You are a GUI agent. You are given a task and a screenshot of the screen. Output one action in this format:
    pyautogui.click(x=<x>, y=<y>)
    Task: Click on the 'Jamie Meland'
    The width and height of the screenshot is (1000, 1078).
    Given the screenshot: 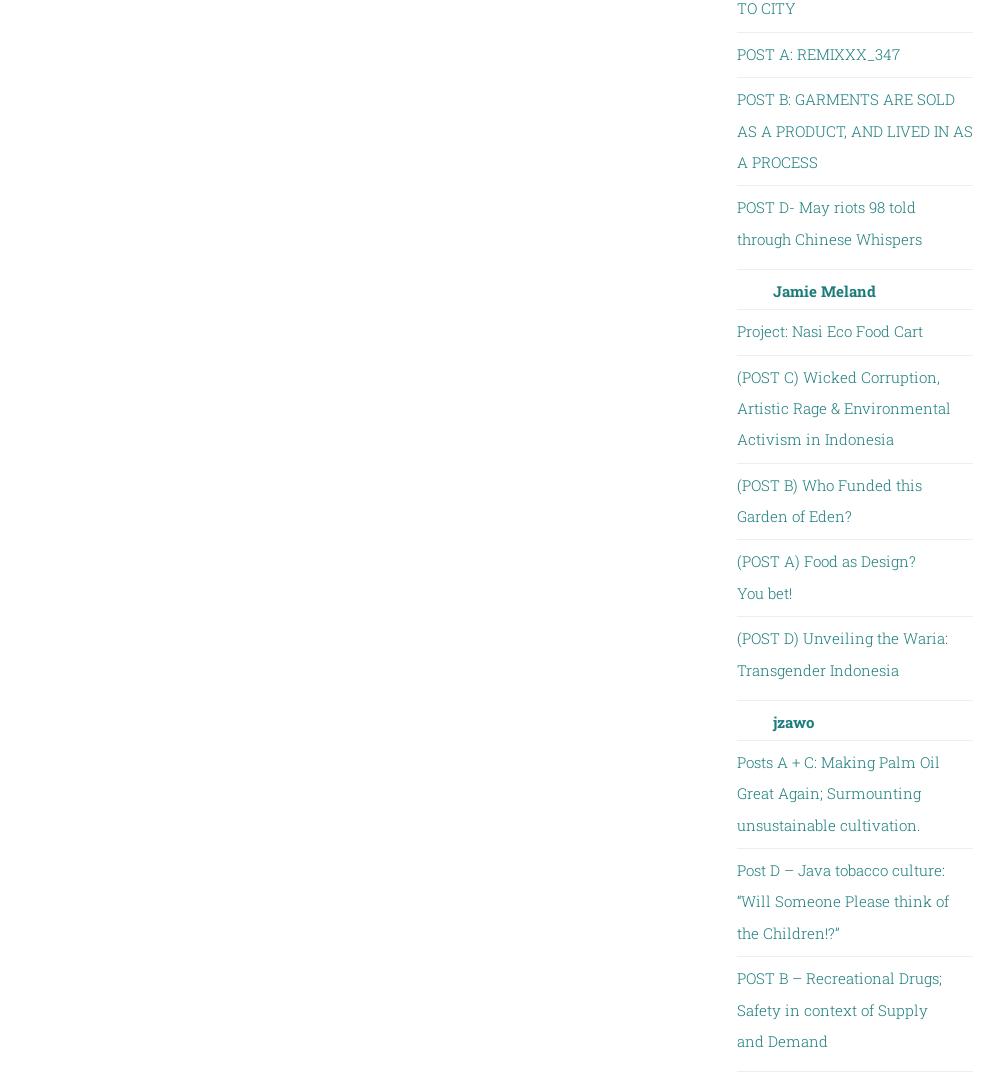 What is the action you would take?
    pyautogui.click(x=822, y=290)
    